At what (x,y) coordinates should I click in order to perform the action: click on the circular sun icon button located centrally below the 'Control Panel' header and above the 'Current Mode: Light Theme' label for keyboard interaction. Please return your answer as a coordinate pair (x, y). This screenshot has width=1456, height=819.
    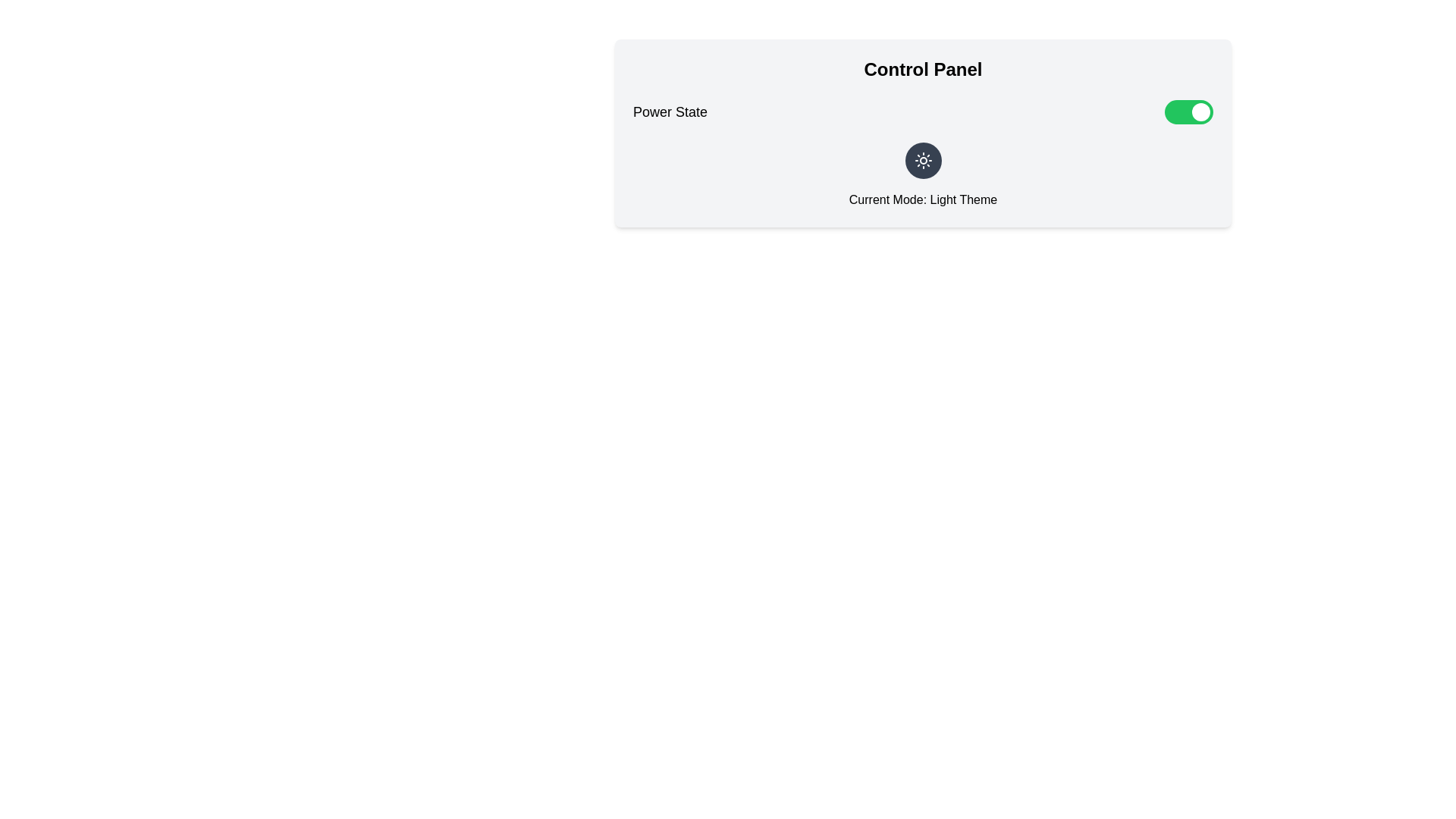
    Looking at the image, I should click on (922, 161).